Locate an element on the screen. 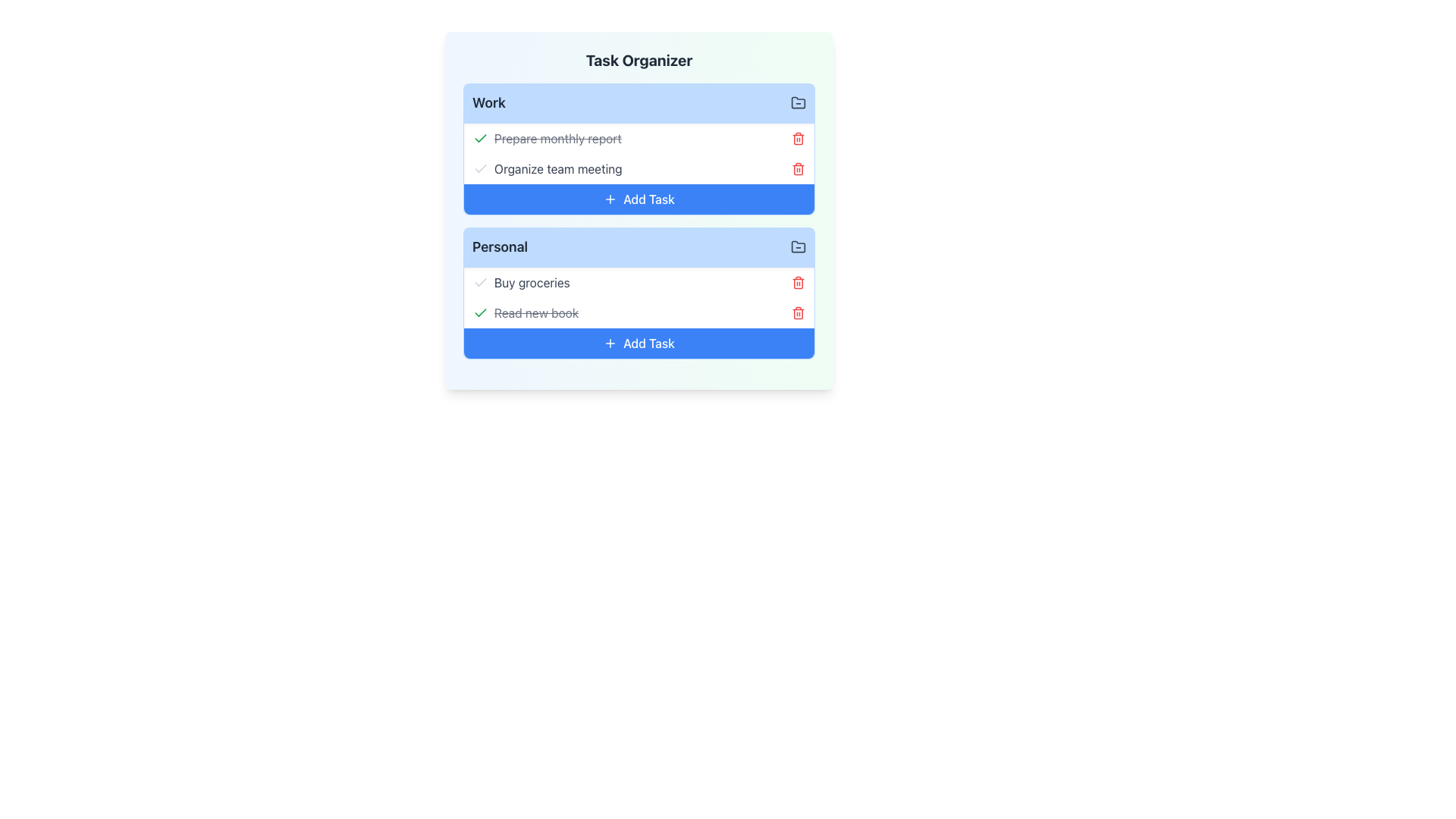 The height and width of the screenshot is (819, 1456). the red trash can icon is located at coordinates (797, 169).